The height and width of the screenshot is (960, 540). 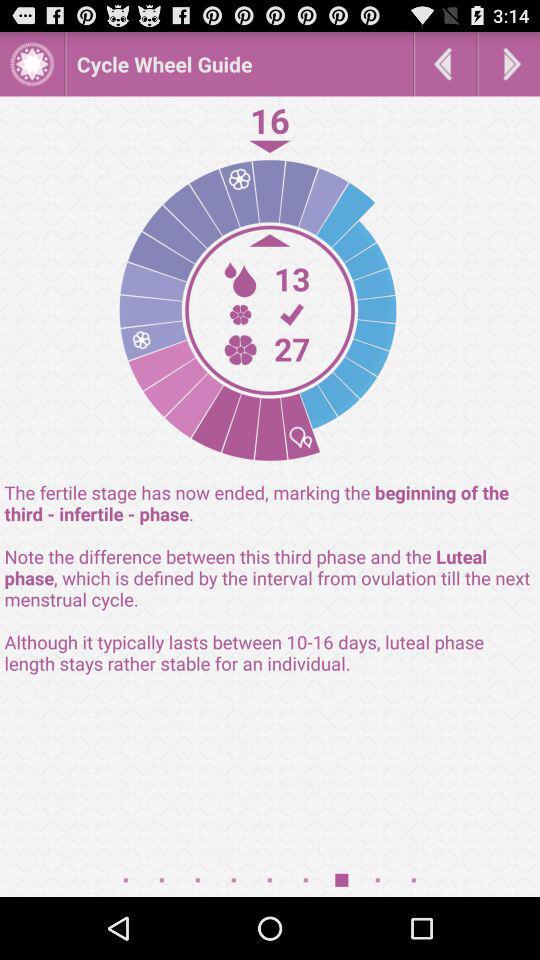 I want to click on image, so click(x=31, y=63).